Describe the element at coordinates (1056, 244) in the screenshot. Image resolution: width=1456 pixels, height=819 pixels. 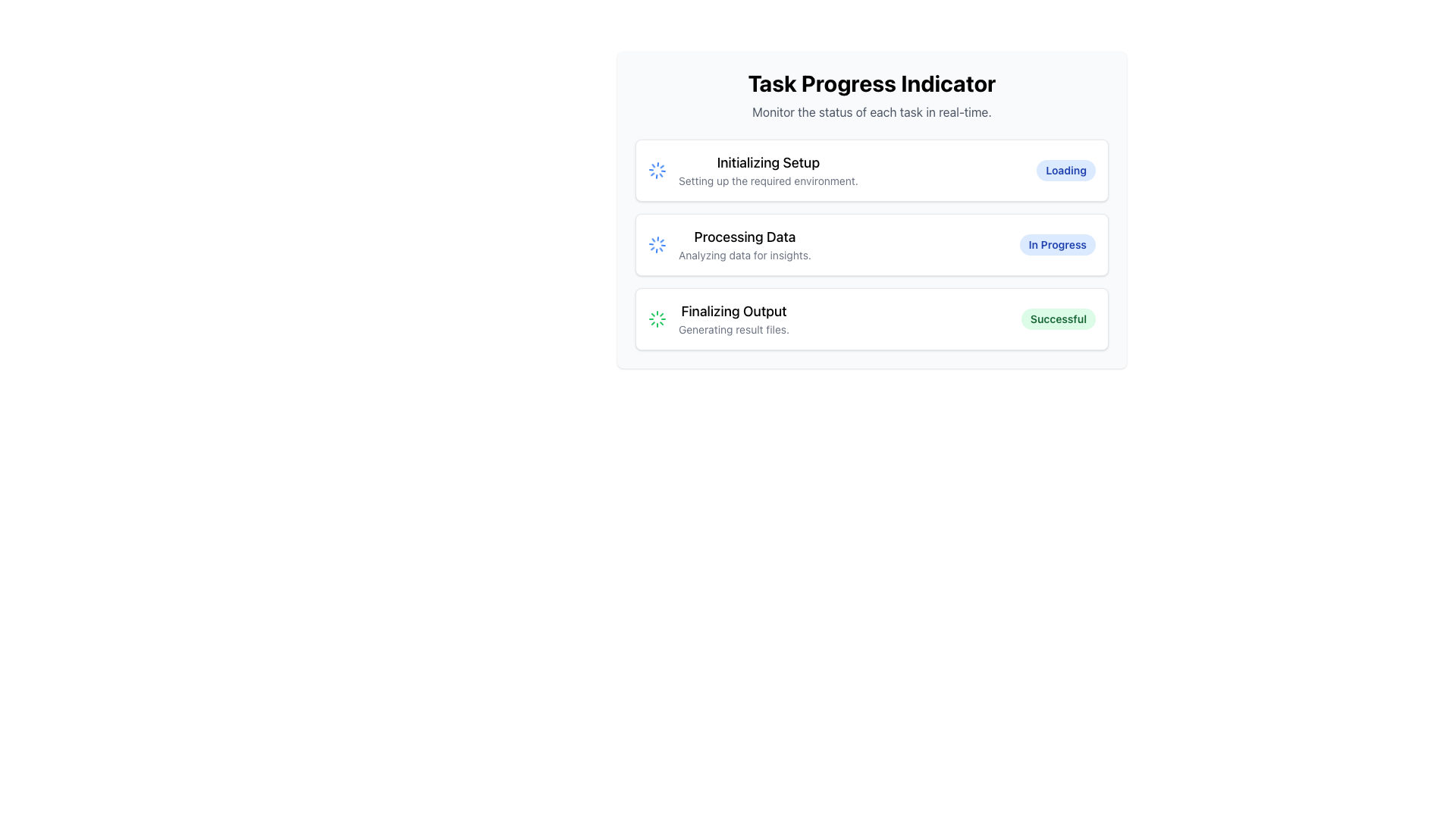
I see `the Status Indicator Label with the text 'In Progress', which has a light blue background and is located in the second task block titled 'Processing Data'` at that location.